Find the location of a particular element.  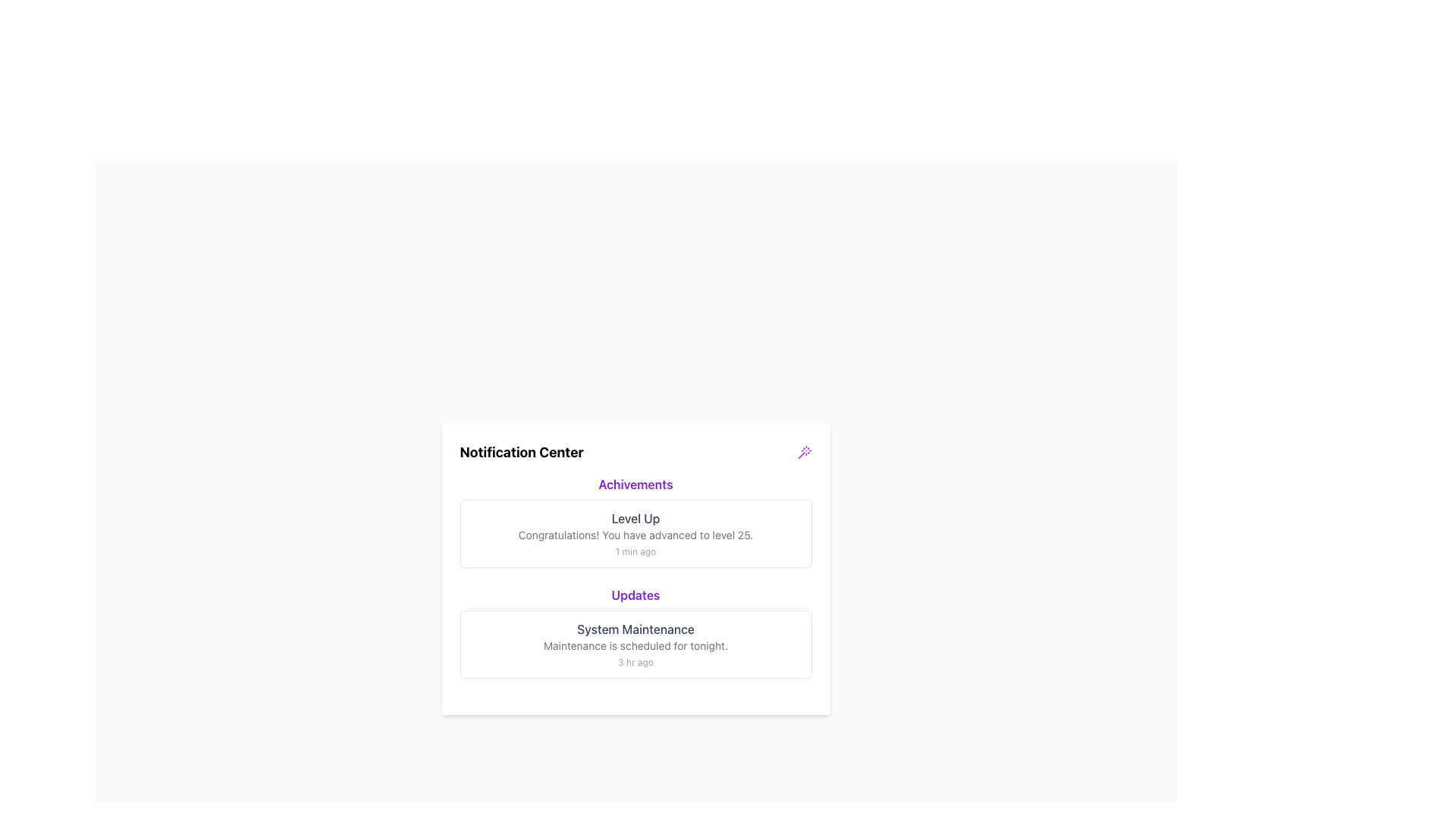

the Notification Card that congratulates the user for advancing to level 25, located in the Notification Center is located at coordinates (635, 520).